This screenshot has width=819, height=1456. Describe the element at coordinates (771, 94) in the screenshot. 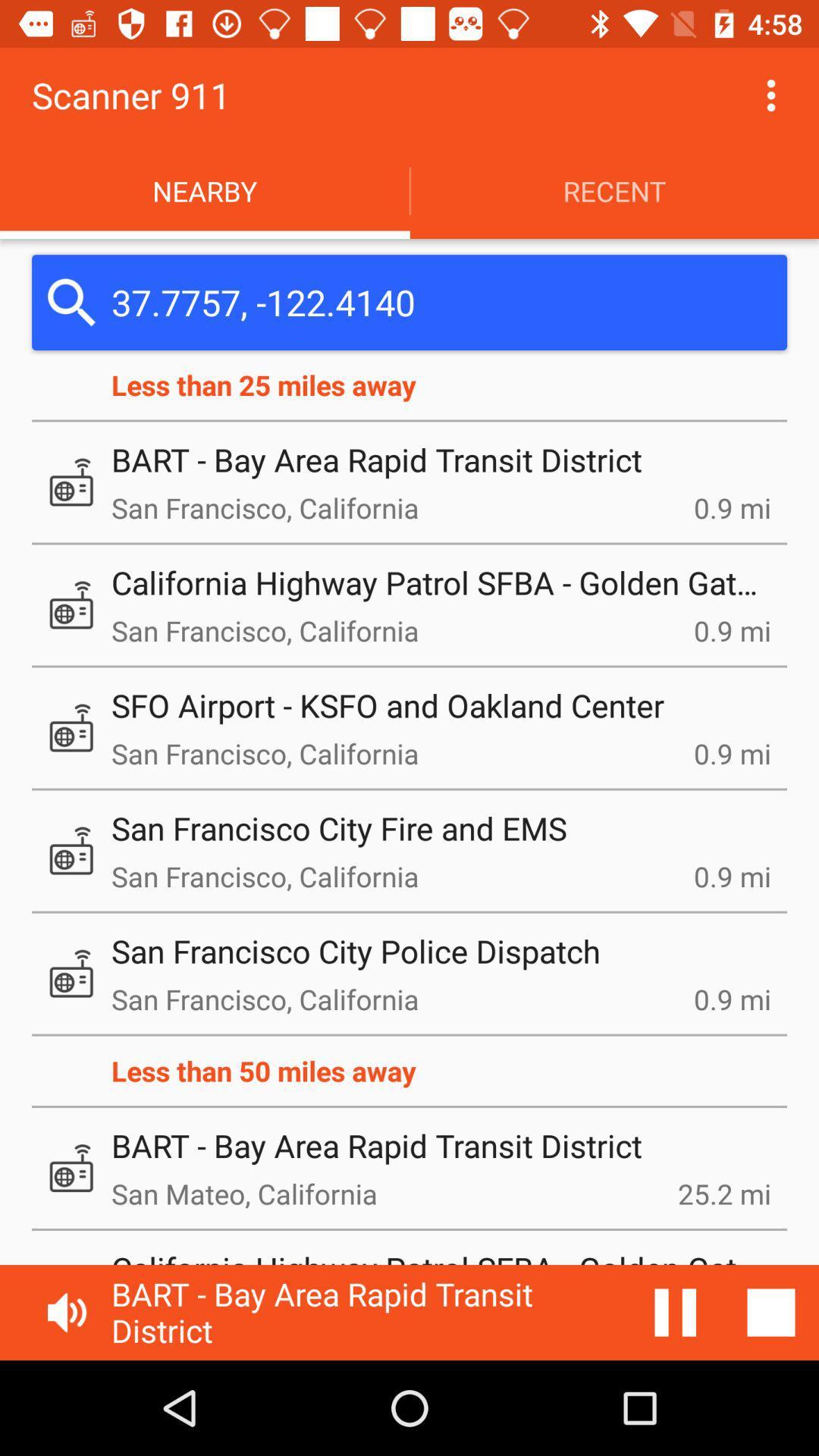

I see `explore more options` at that location.